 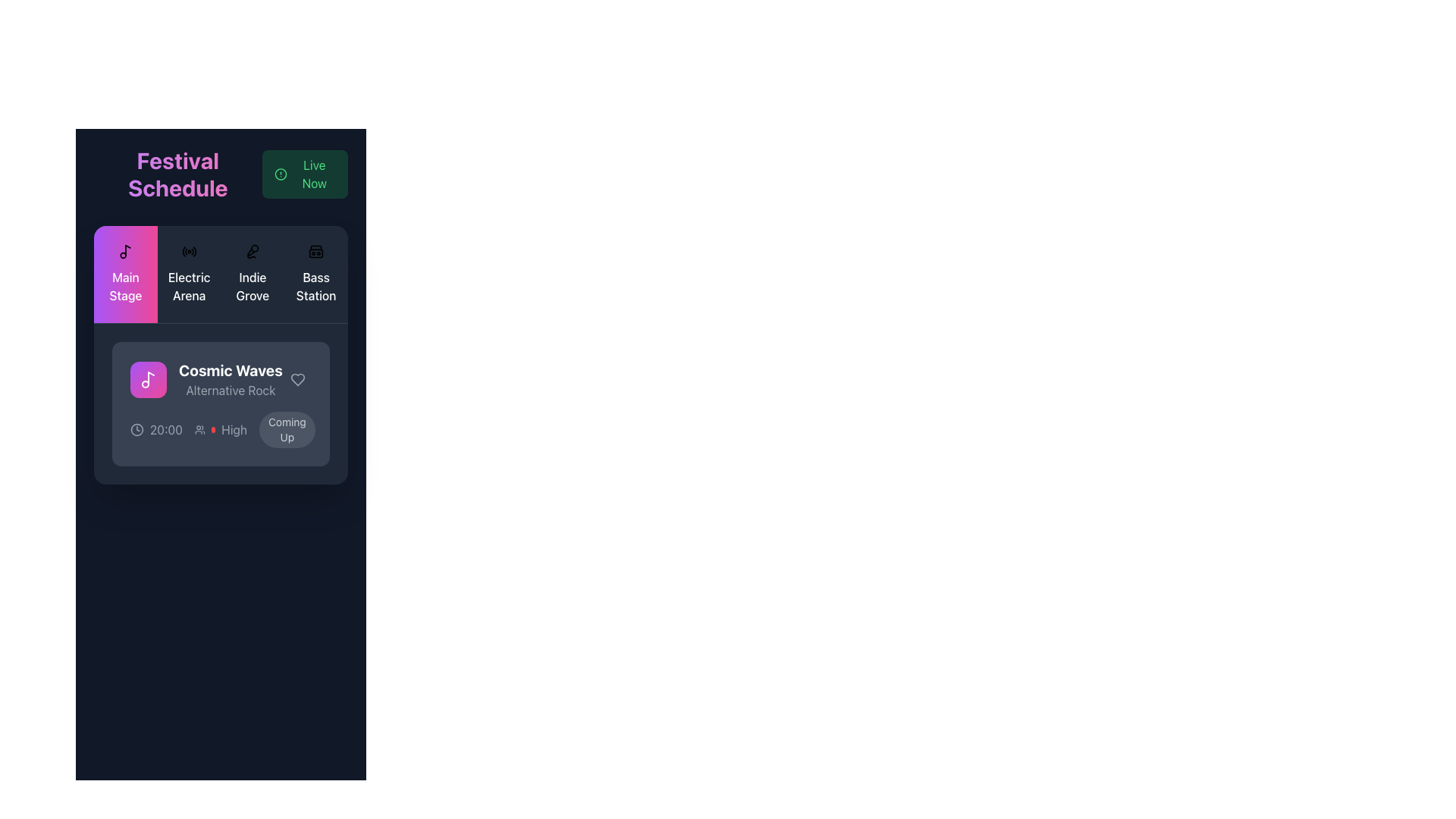 I want to click on the time indicator icon located, so click(x=137, y=430).